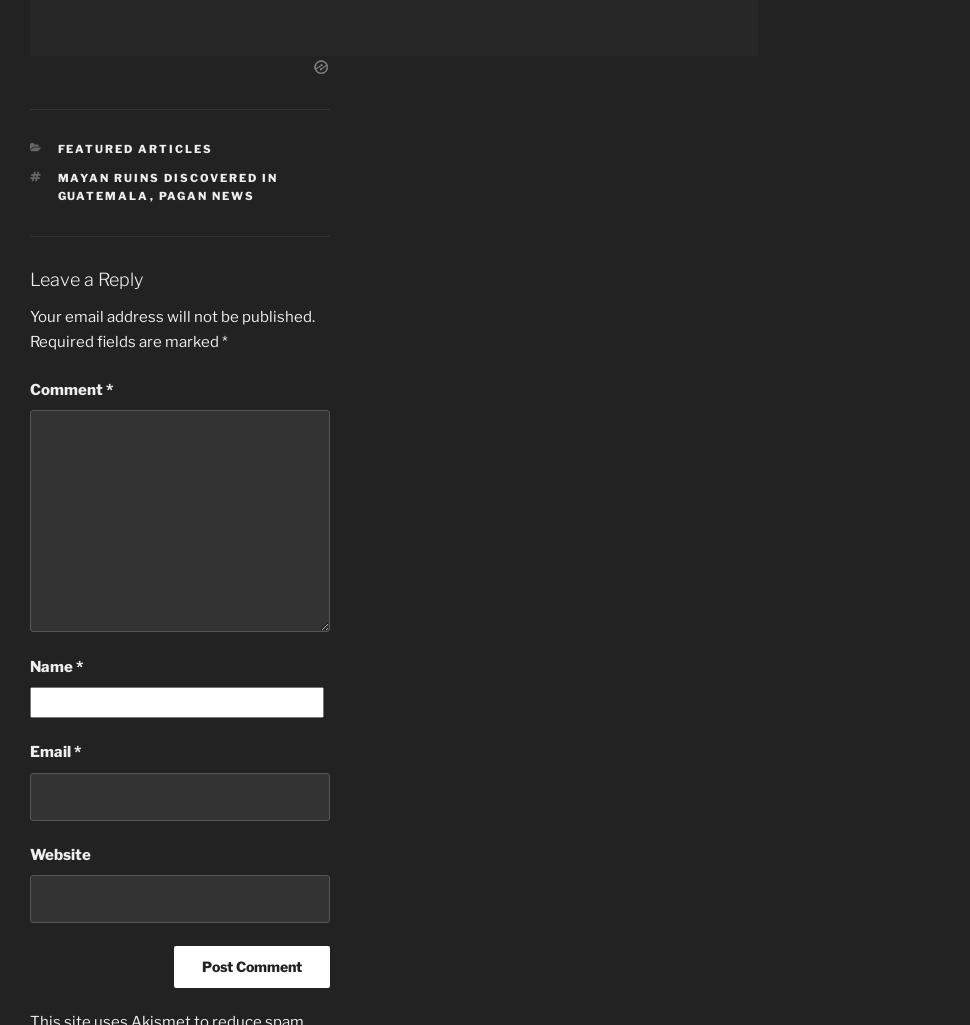 The image size is (970, 1025). I want to click on 'Required fields are marked', so click(126, 341).